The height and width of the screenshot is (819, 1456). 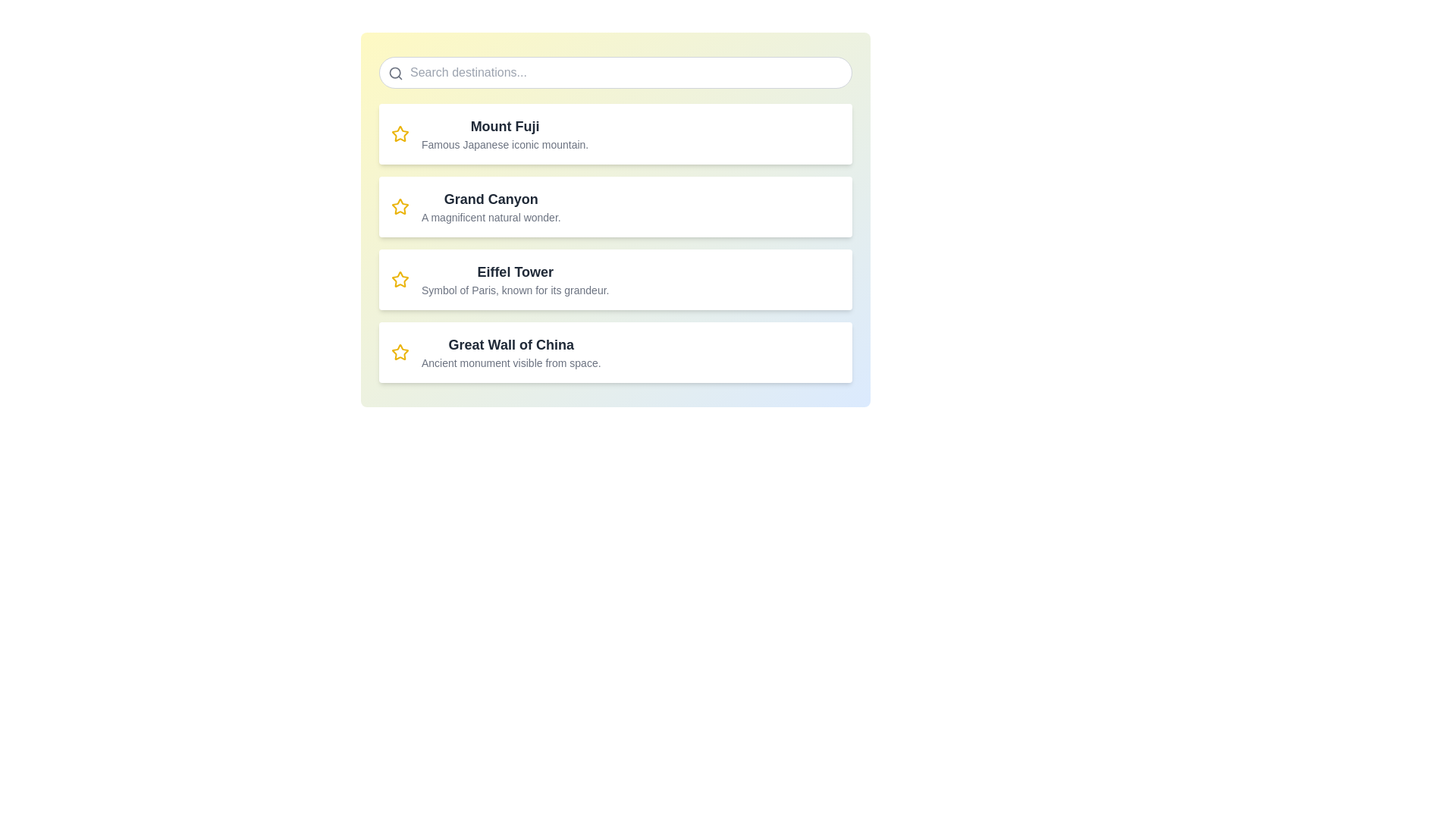 What do you see at coordinates (505, 125) in the screenshot?
I see `the title text element located at the top of the first card item in the list of destinations` at bounding box center [505, 125].